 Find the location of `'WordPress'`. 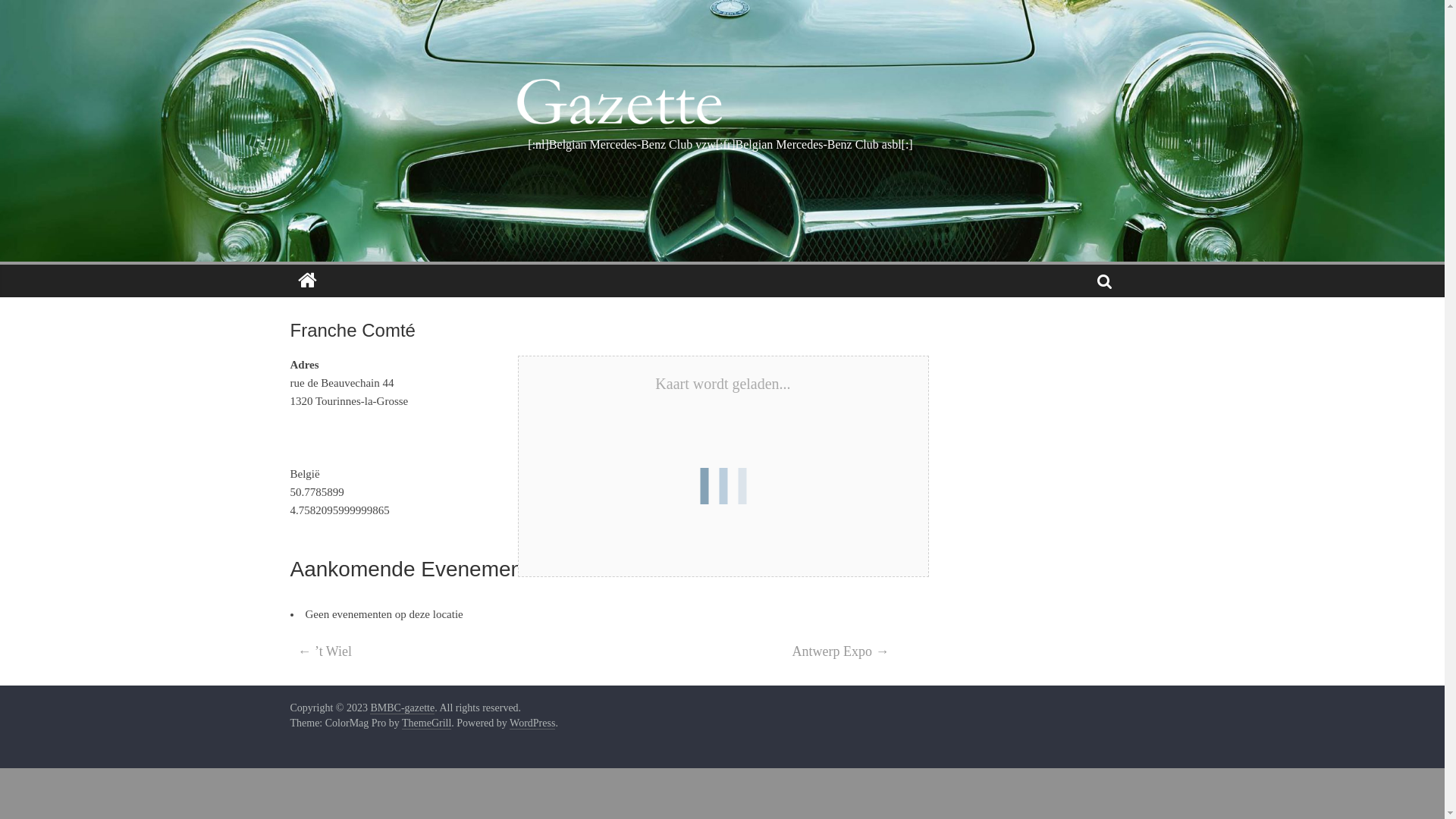

'WordPress' is located at coordinates (532, 722).